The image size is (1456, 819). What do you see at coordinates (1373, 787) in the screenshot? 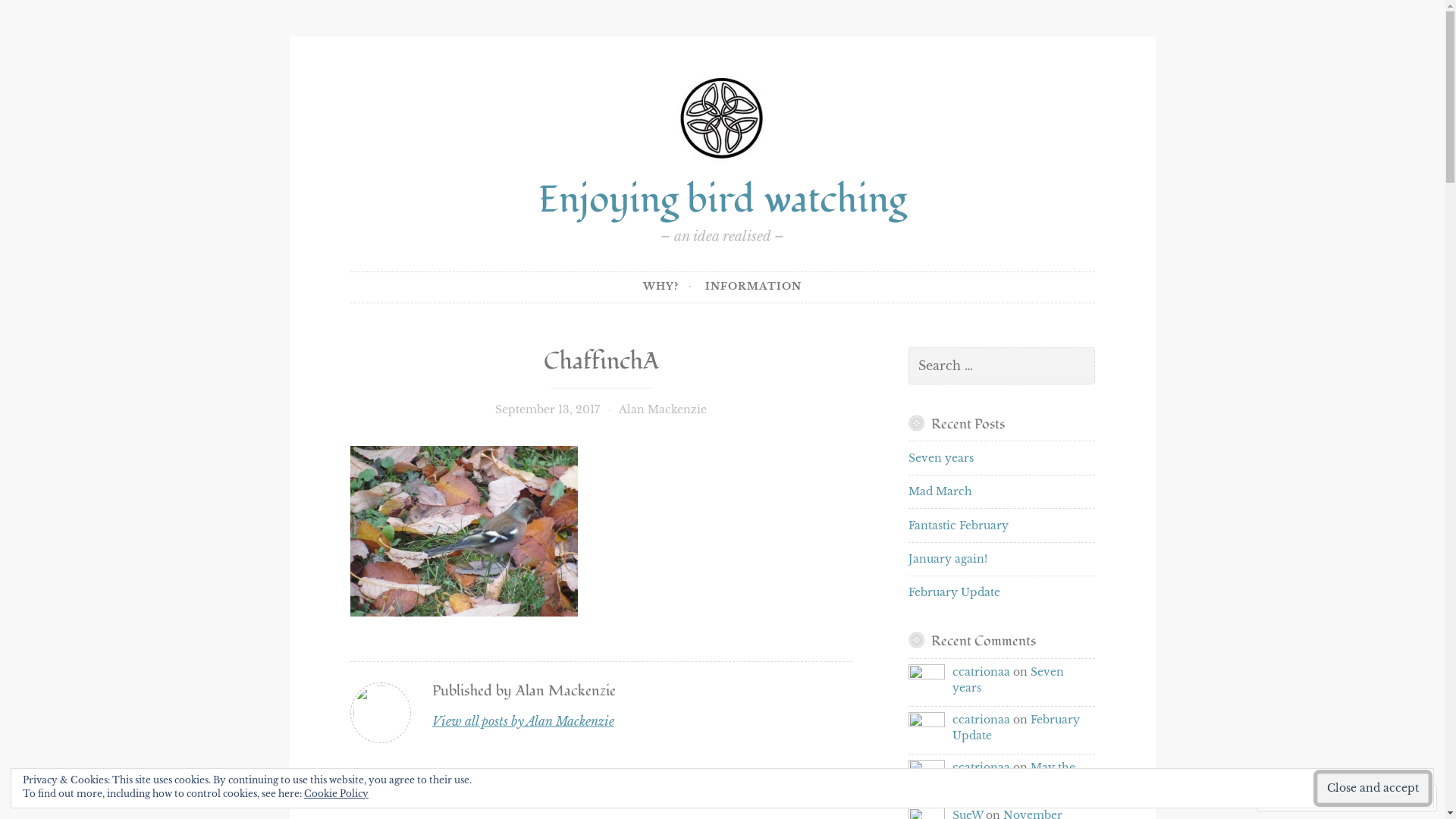
I see `'Close and accept'` at bounding box center [1373, 787].